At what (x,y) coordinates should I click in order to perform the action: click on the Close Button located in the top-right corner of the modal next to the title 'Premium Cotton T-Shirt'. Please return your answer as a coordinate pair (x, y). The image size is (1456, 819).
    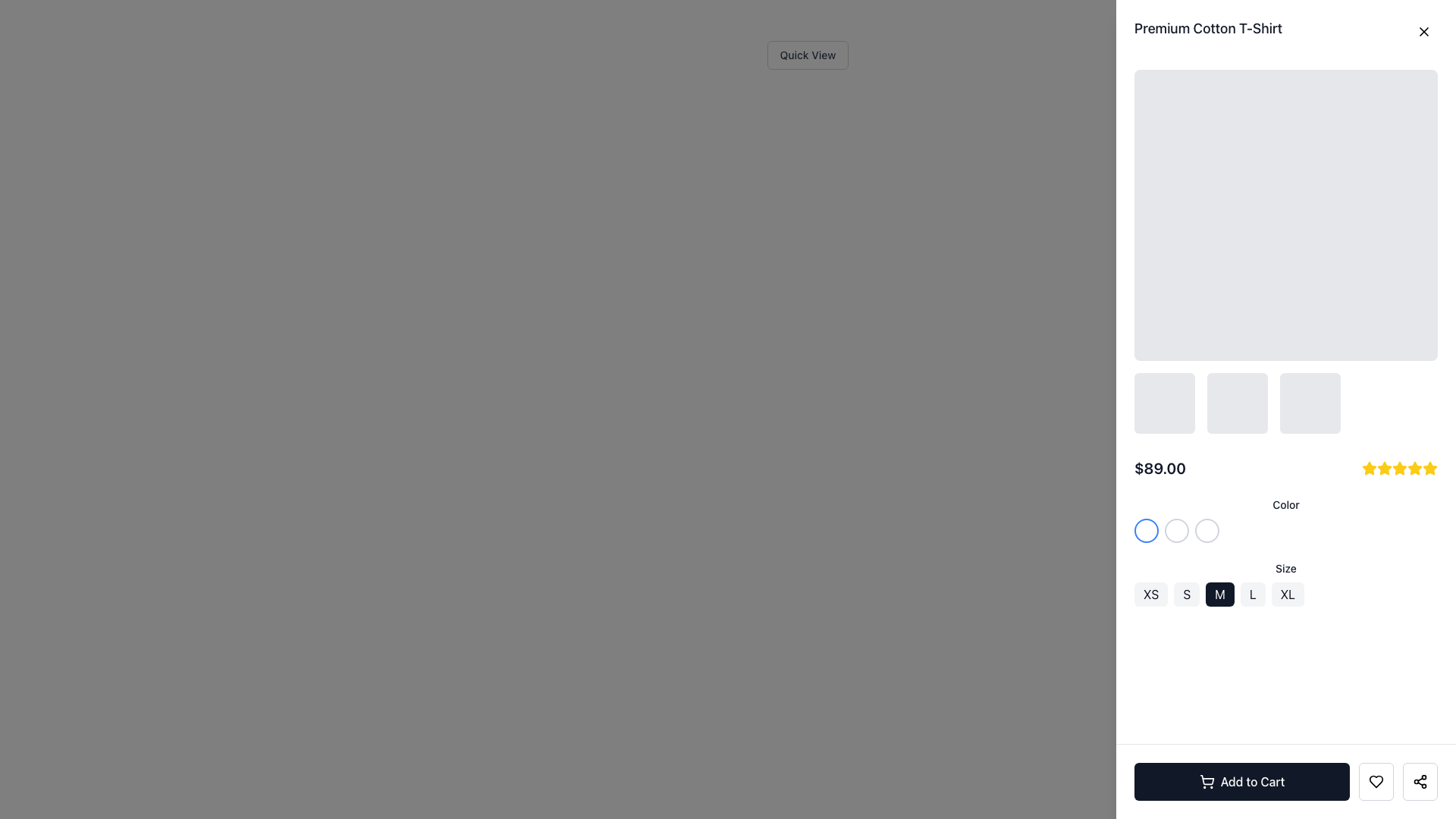
    Looking at the image, I should click on (1423, 32).